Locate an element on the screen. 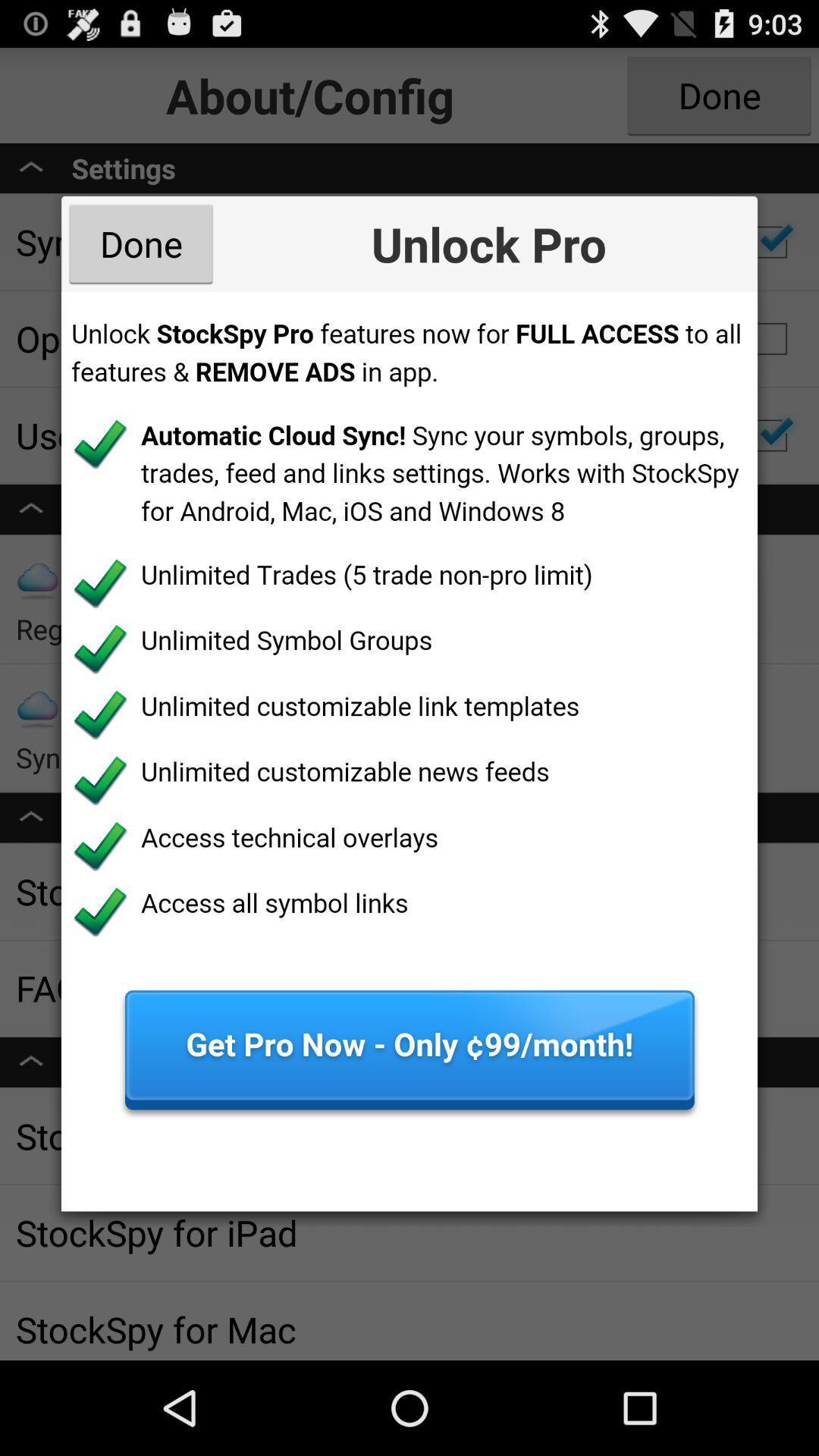 This screenshot has height=1456, width=819. file is located at coordinates (409, 752).